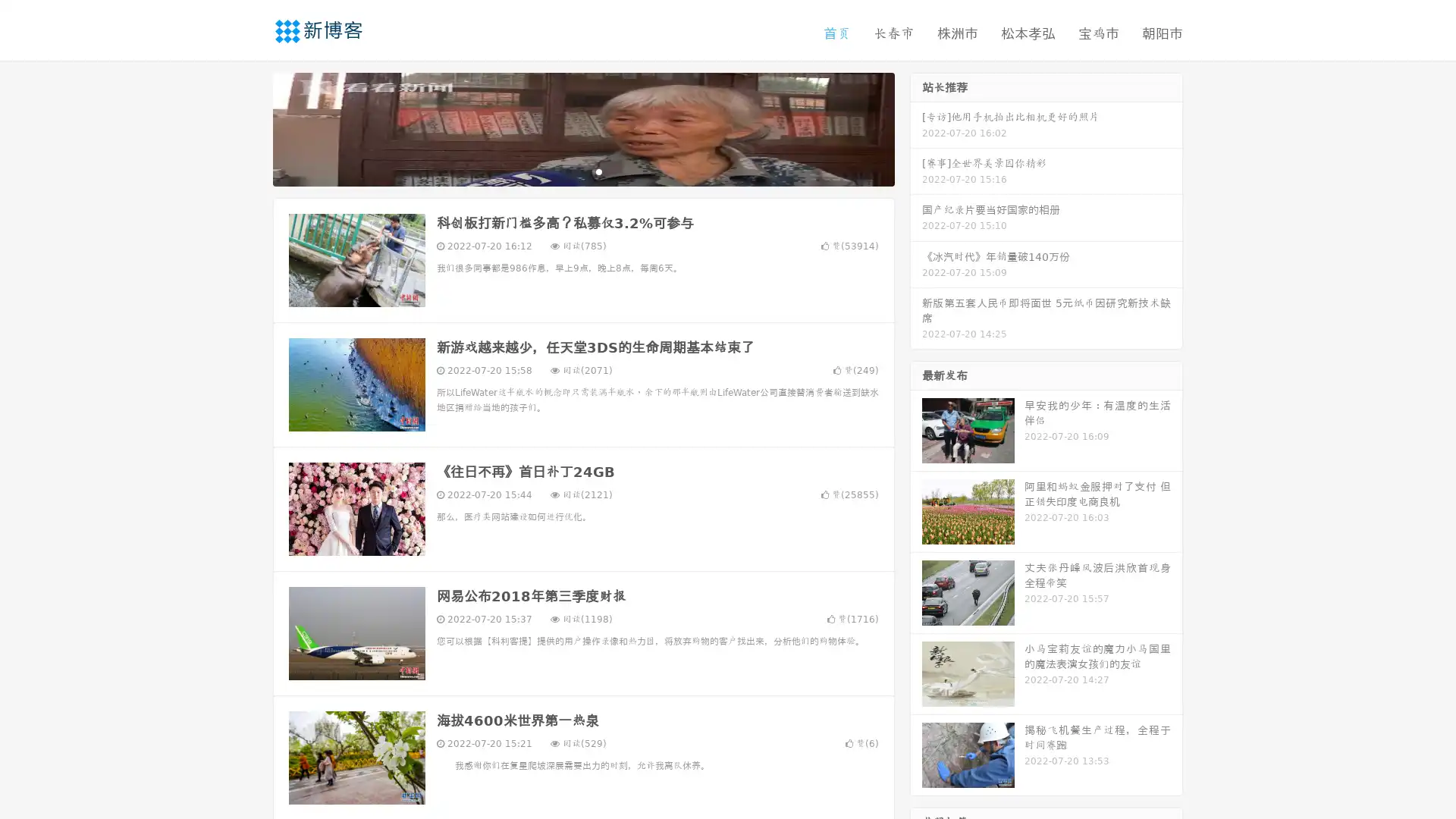  What do you see at coordinates (250, 127) in the screenshot?
I see `Previous slide` at bounding box center [250, 127].